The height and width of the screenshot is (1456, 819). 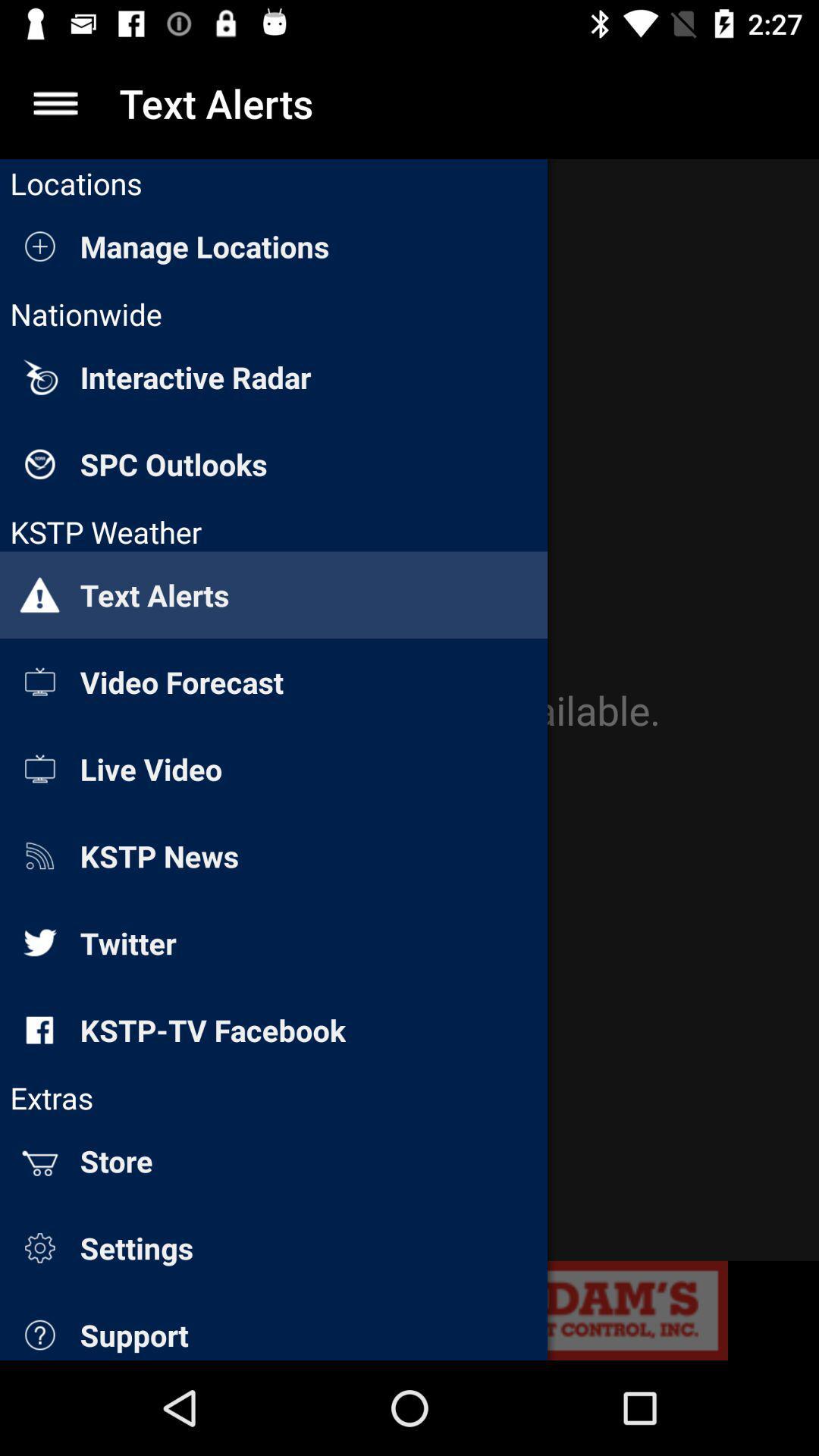 I want to click on open menu, so click(x=55, y=102).